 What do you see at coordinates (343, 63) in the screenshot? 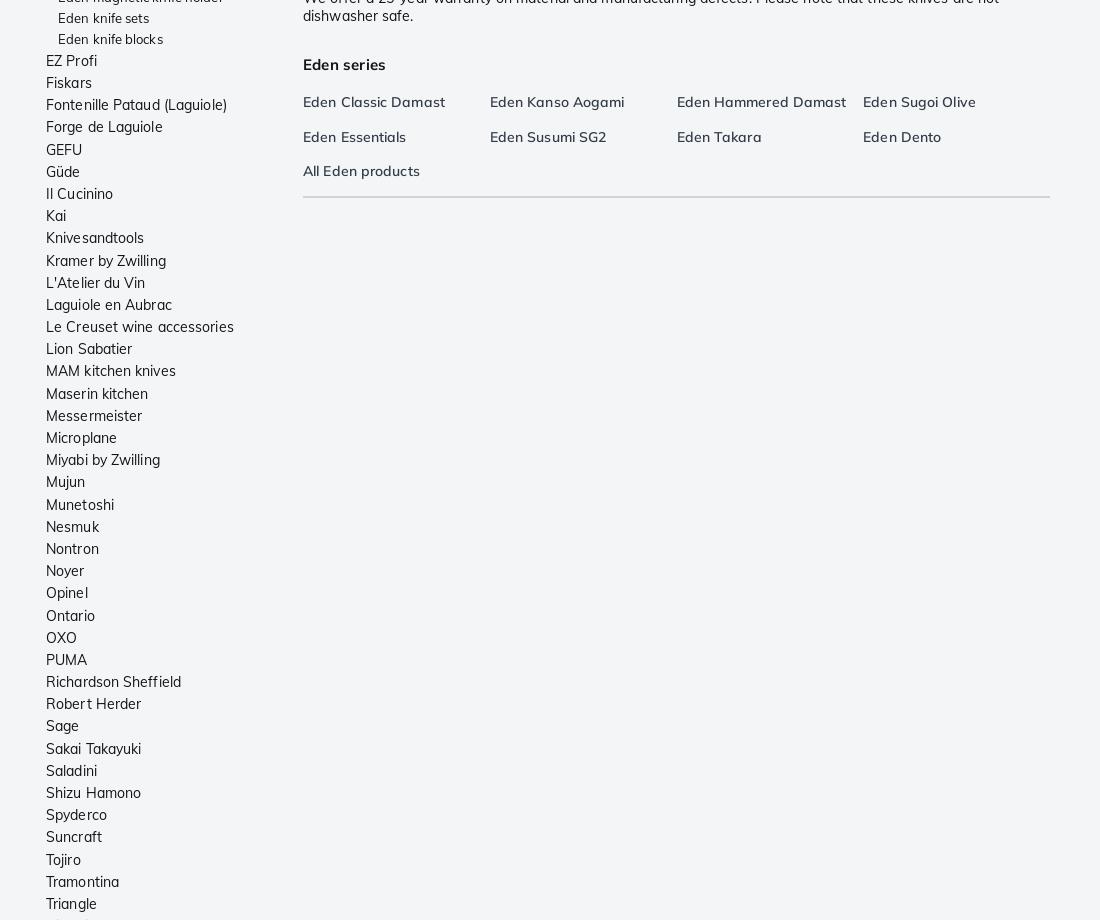
I see `'Eden series'` at bounding box center [343, 63].